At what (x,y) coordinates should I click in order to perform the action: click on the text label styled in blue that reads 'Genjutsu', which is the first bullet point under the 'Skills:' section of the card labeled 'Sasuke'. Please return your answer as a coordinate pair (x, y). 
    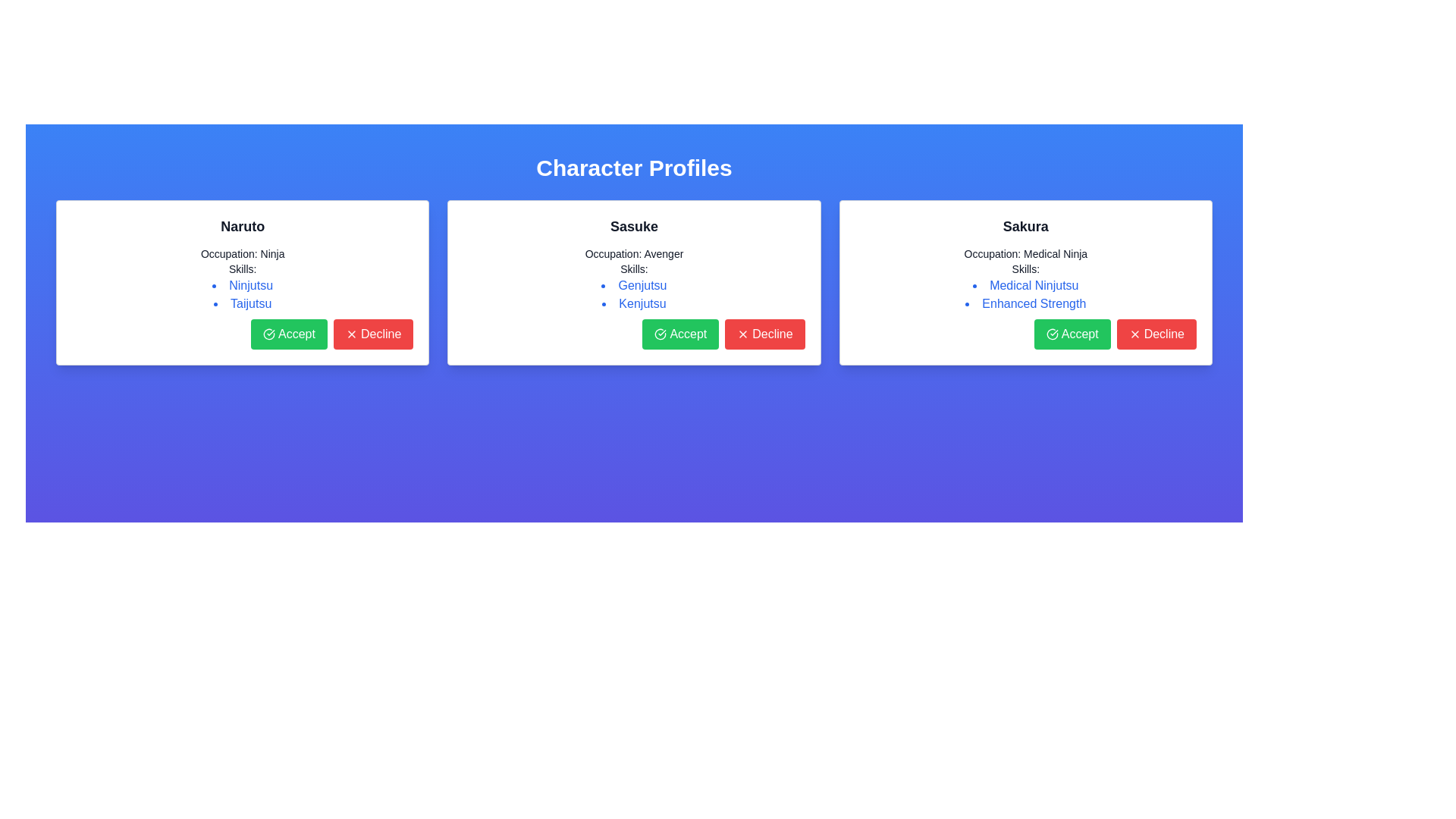
    Looking at the image, I should click on (634, 286).